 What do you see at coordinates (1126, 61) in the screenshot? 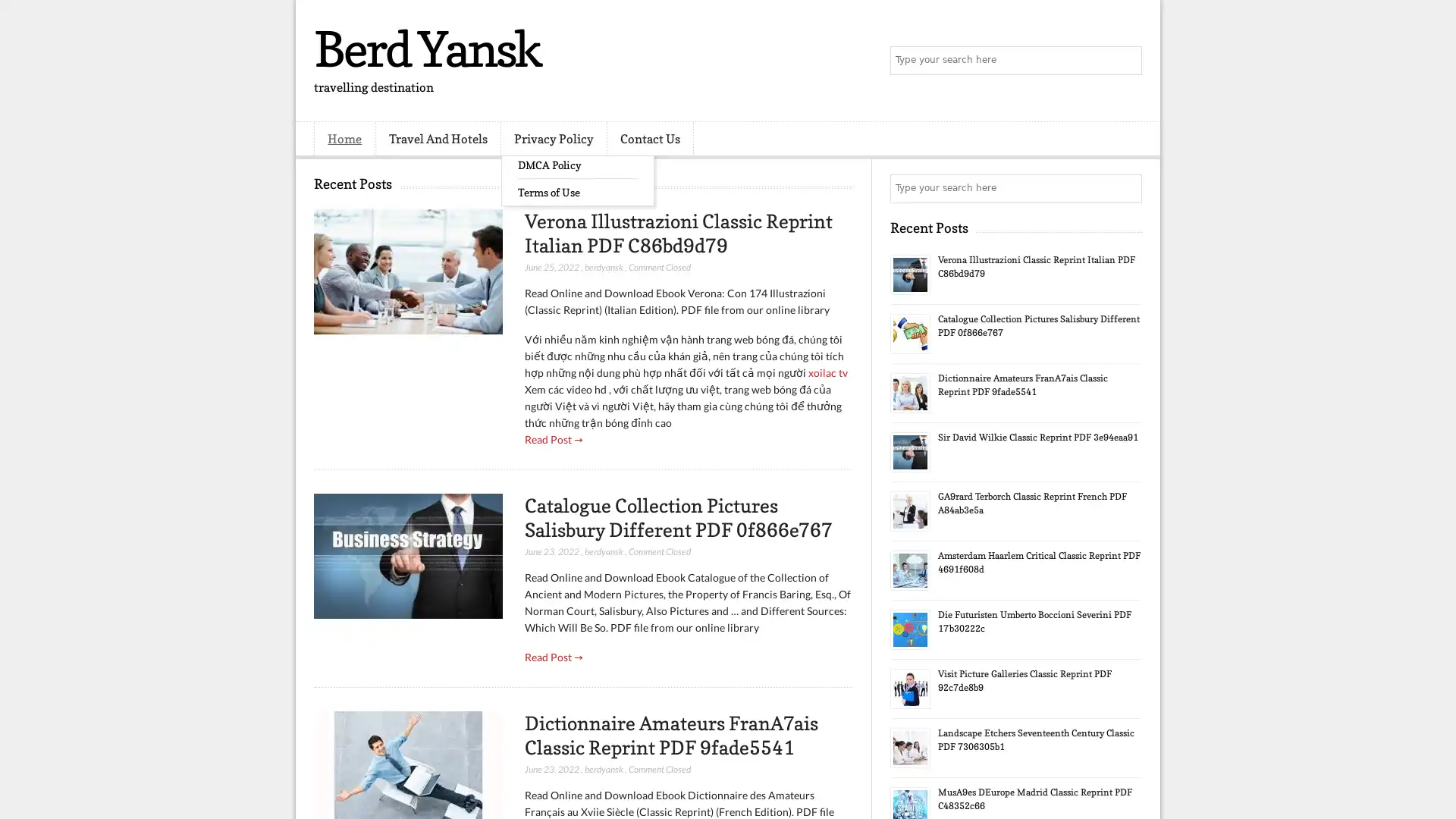
I see `Search` at bounding box center [1126, 61].